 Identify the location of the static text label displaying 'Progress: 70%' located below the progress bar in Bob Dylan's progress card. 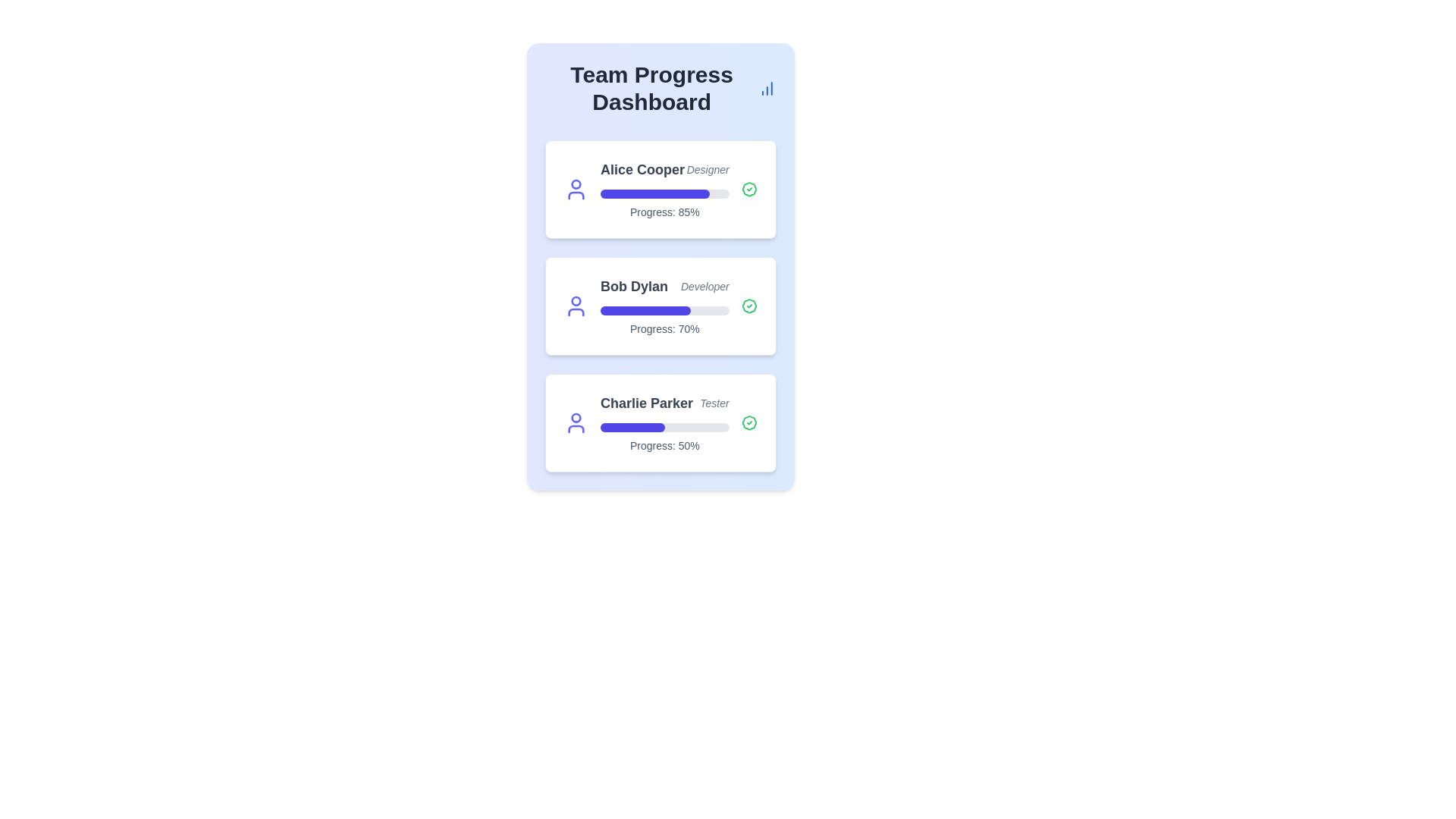
(664, 328).